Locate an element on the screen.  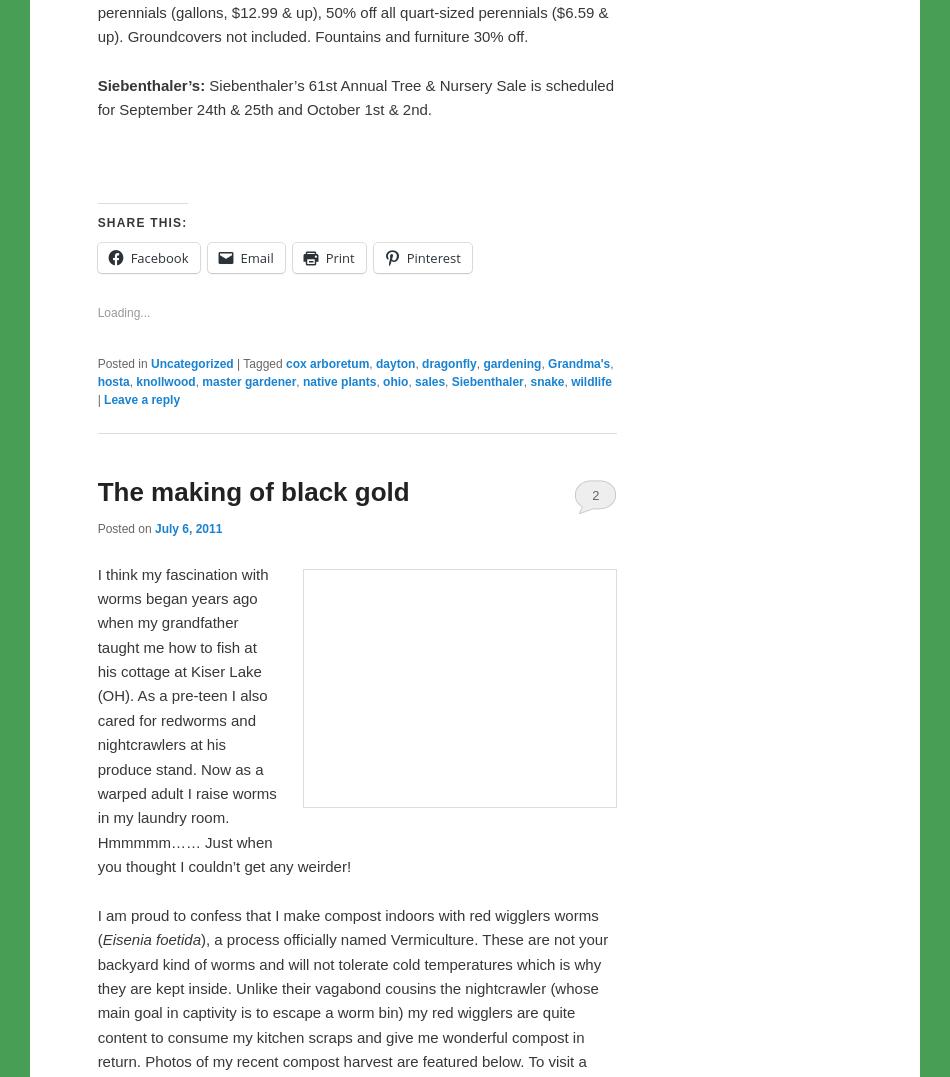
'sales' is located at coordinates (428, 799).